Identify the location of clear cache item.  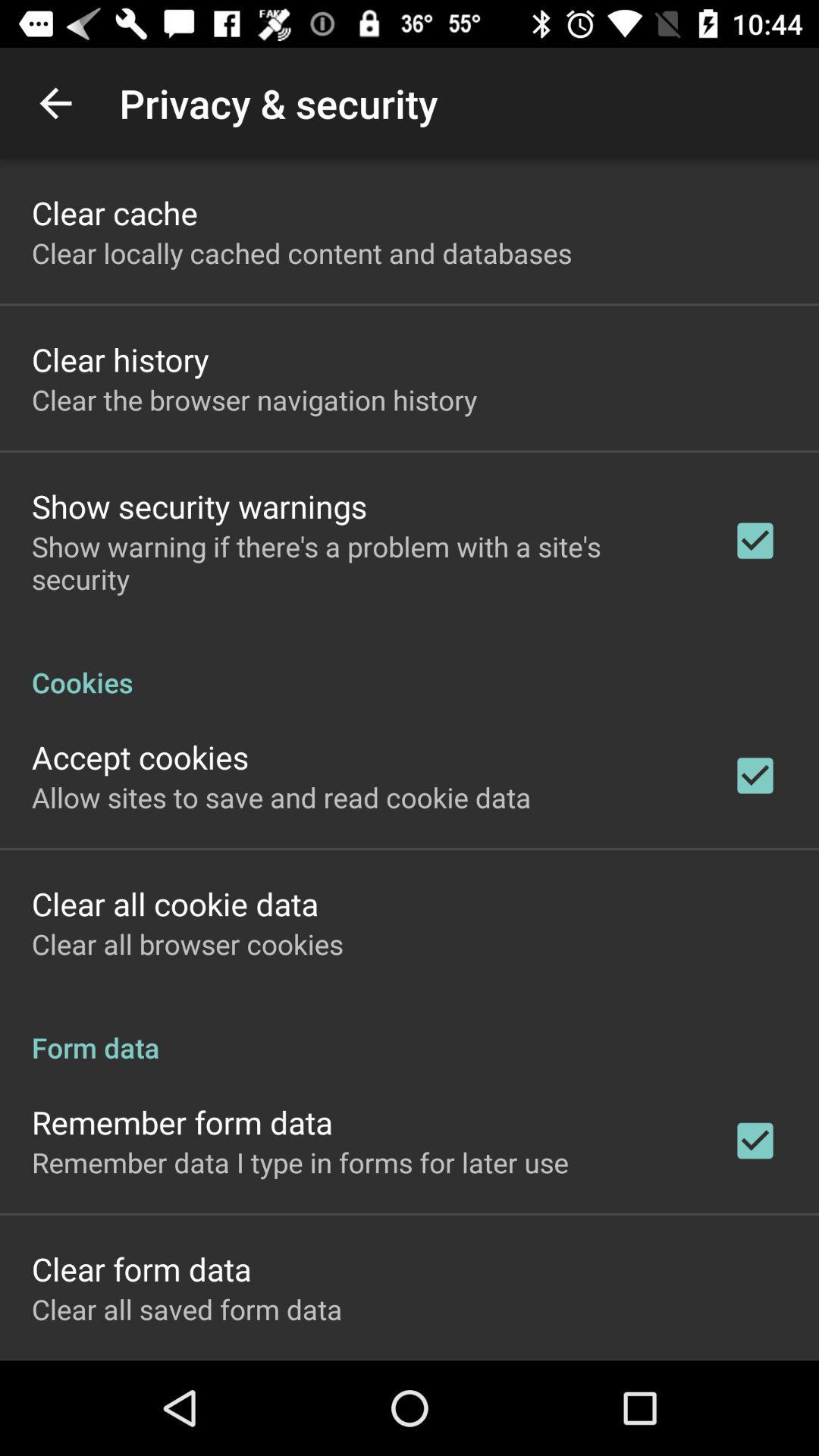
(114, 212).